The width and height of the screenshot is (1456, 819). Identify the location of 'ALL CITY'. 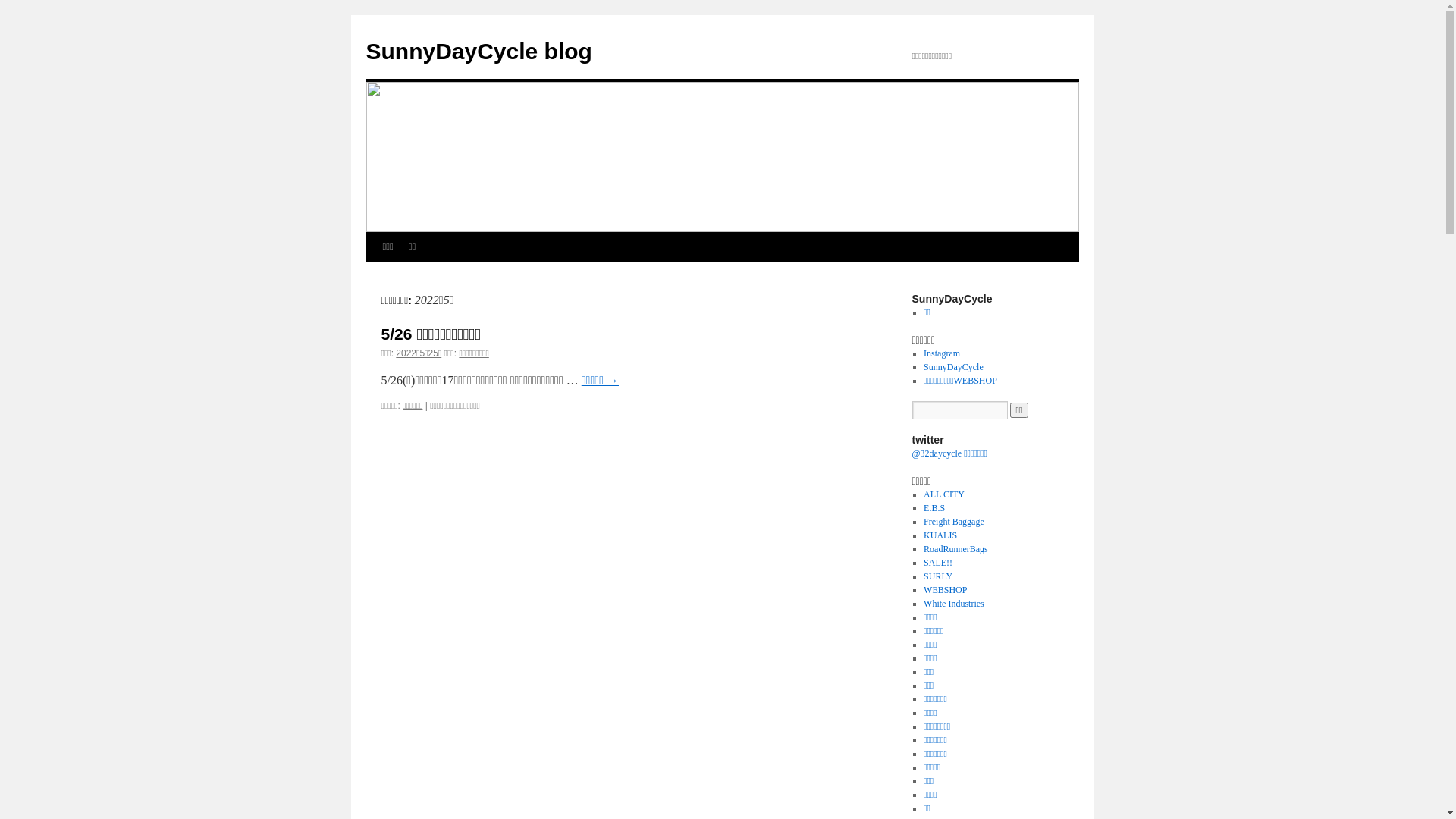
(943, 494).